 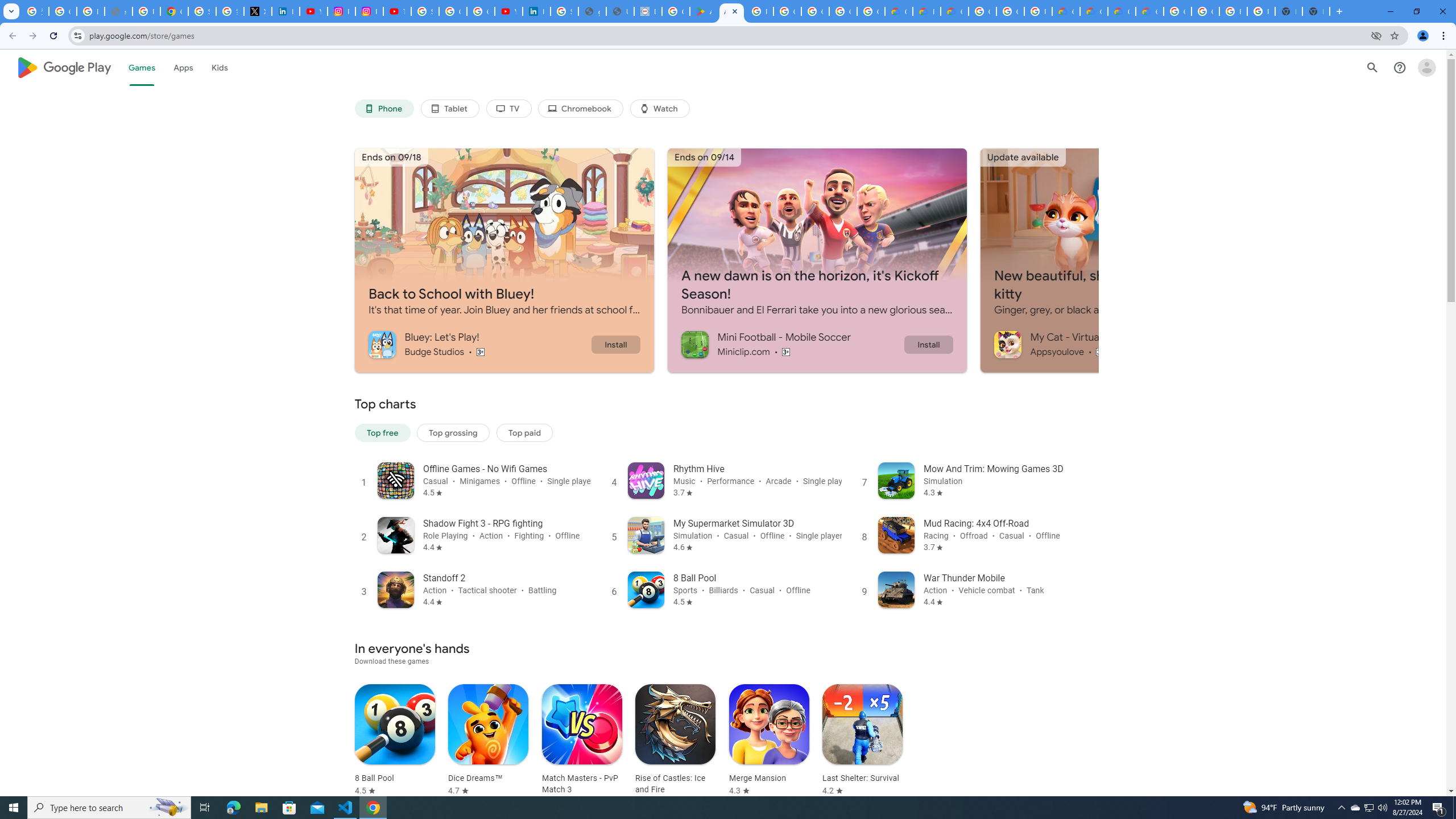 I want to click on 'Phone', so click(x=383, y=109).